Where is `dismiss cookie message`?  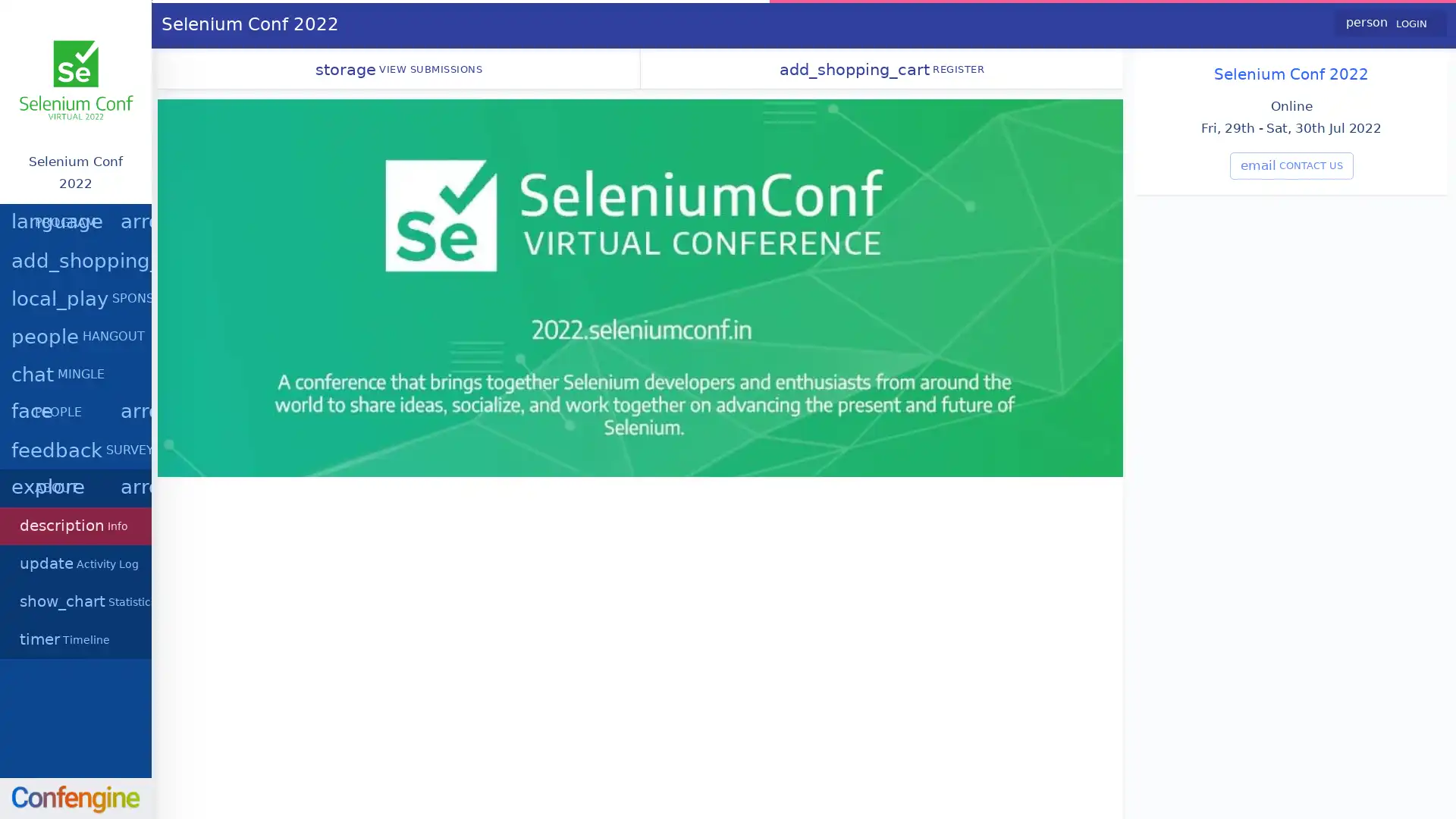
dismiss cookie message is located at coordinates (157, 767).